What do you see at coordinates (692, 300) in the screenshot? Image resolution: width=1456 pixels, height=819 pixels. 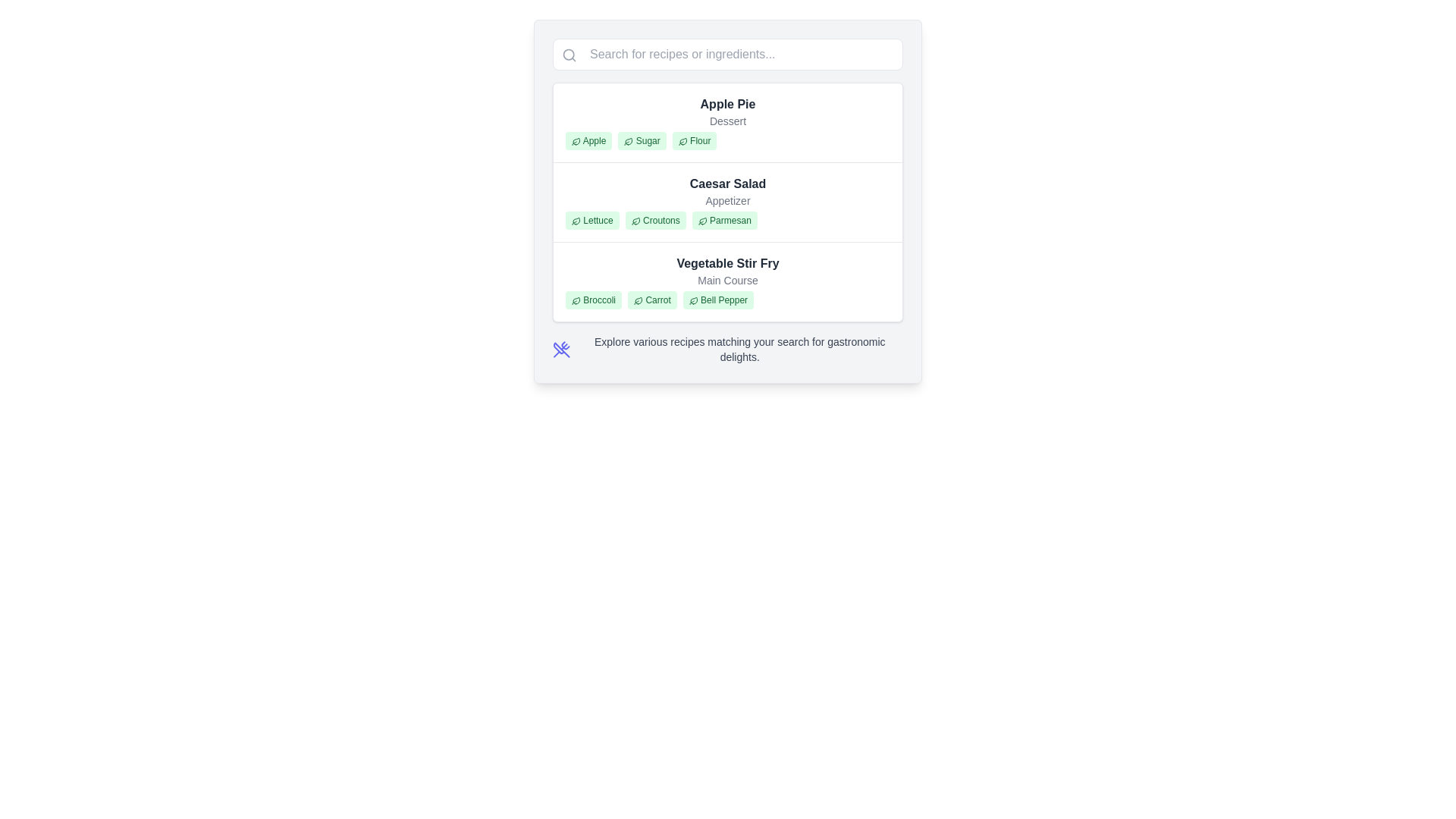 I see `the vector graphic icon representing a food-related item, located in the third row under 'Vegetable Stir Fry'` at bounding box center [692, 300].